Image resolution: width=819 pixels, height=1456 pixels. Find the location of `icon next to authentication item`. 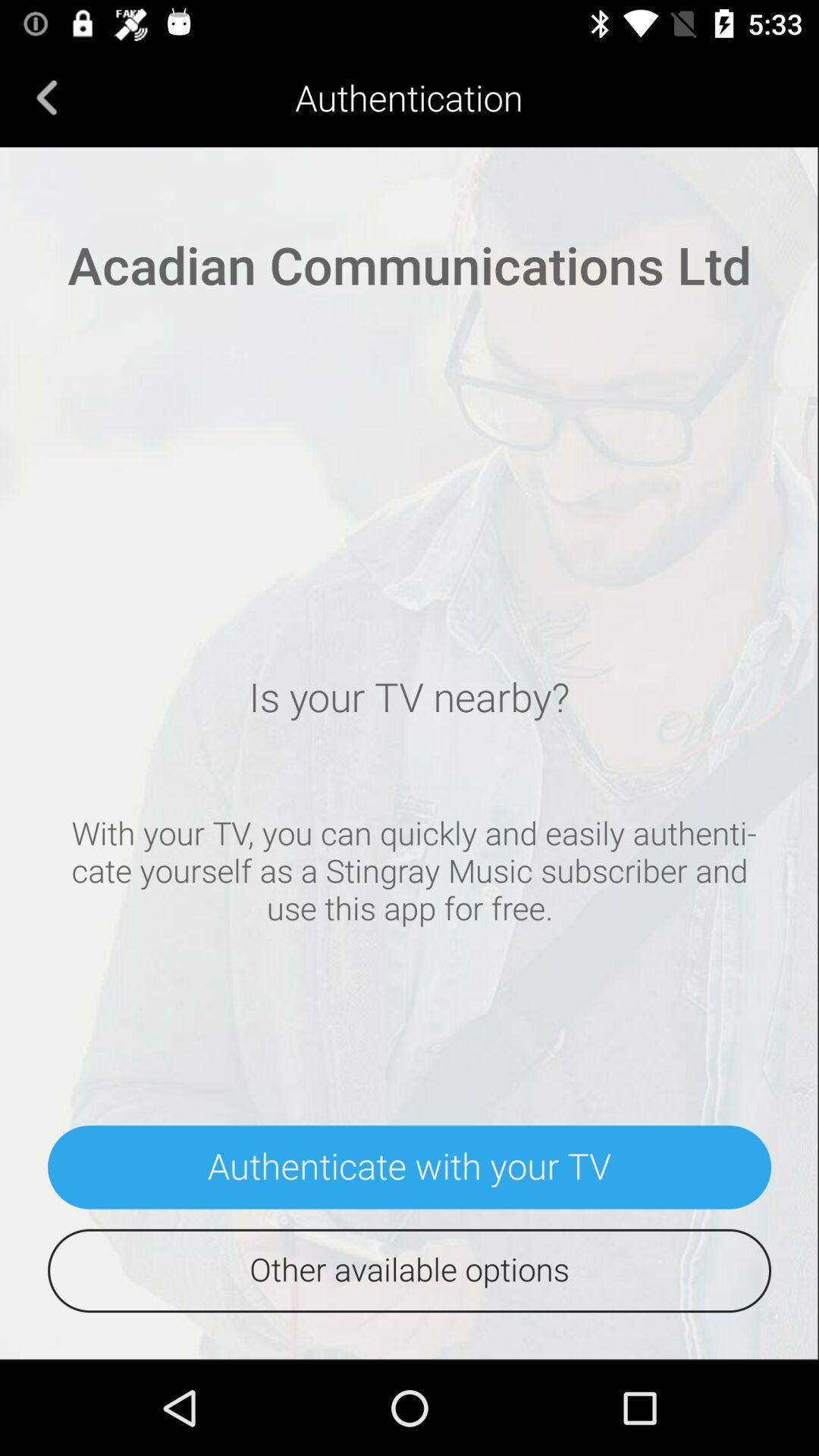

icon next to authentication item is located at coordinates (46, 96).